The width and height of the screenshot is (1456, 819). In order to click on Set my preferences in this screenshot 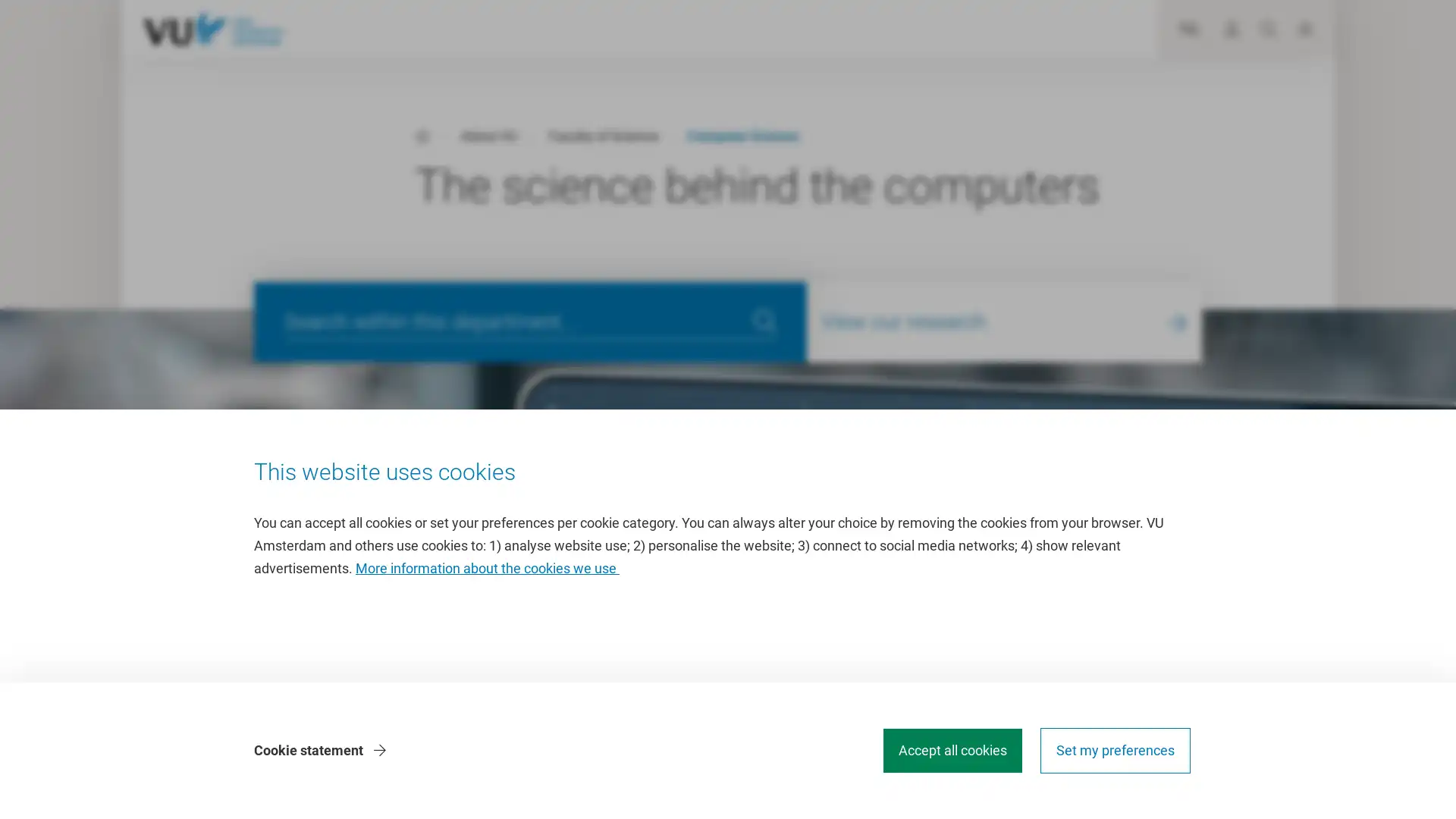, I will do `click(1115, 751)`.